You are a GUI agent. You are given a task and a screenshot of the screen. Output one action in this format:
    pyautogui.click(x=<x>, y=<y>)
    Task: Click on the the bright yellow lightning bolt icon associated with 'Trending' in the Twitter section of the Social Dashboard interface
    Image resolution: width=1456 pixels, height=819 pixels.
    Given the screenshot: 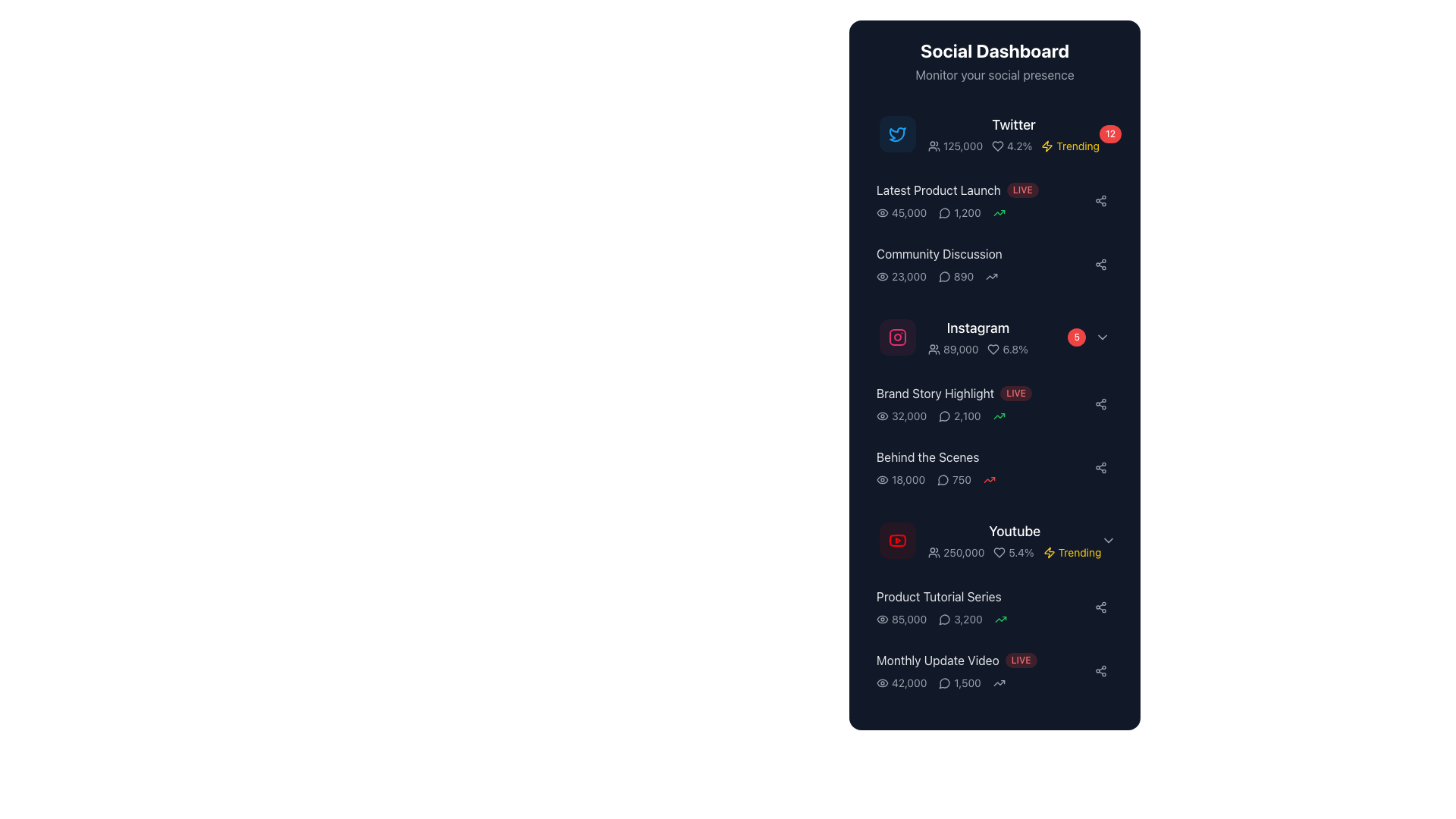 What is the action you would take?
    pyautogui.click(x=1046, y=146)
    